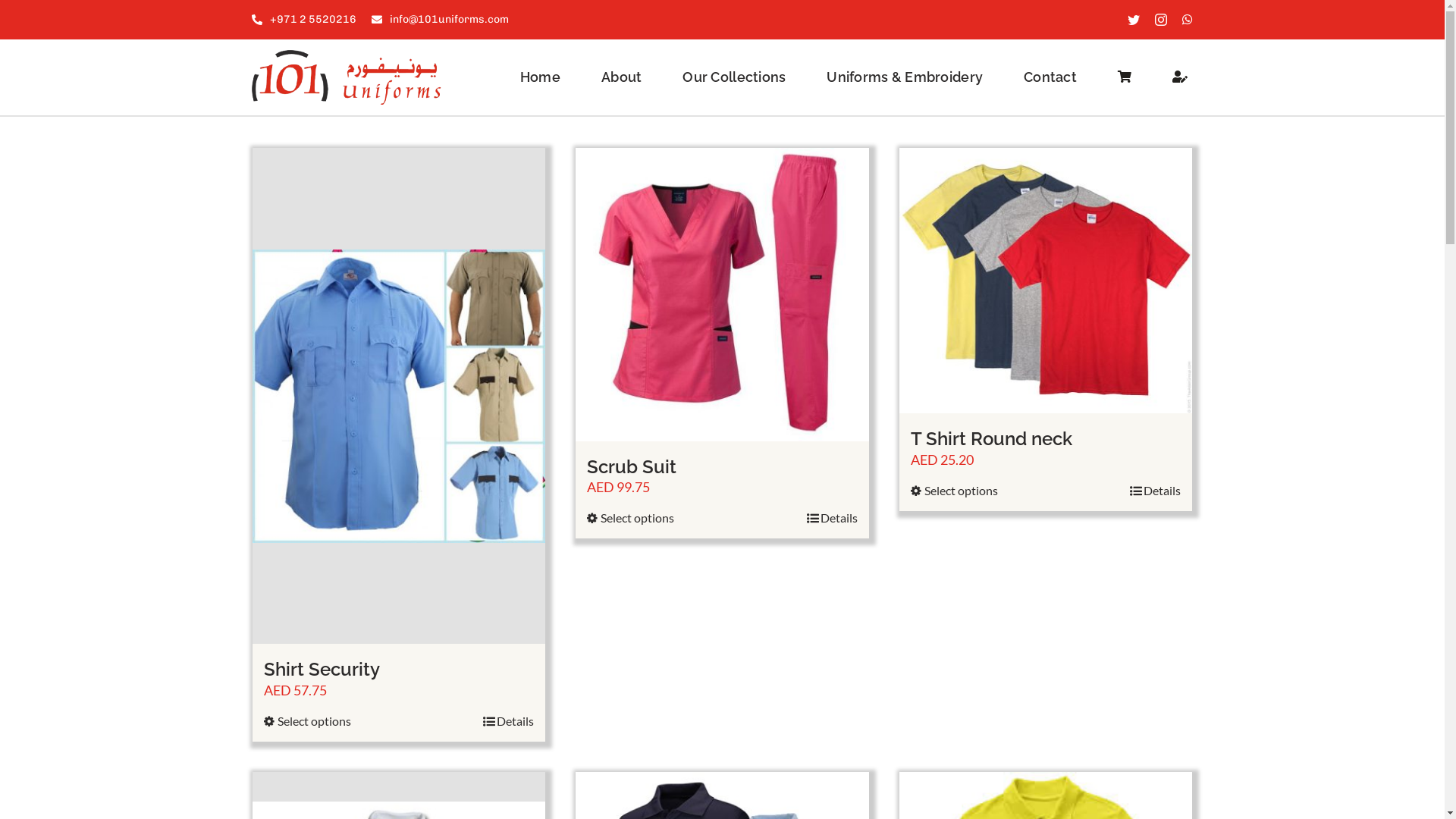 Image resolution: width=1456 pixels, height=819 pixels. What do you see at coordinates (632, 466) in the screenshot?
I see `'Scrub Suit'` at bounding box center [632, 466].